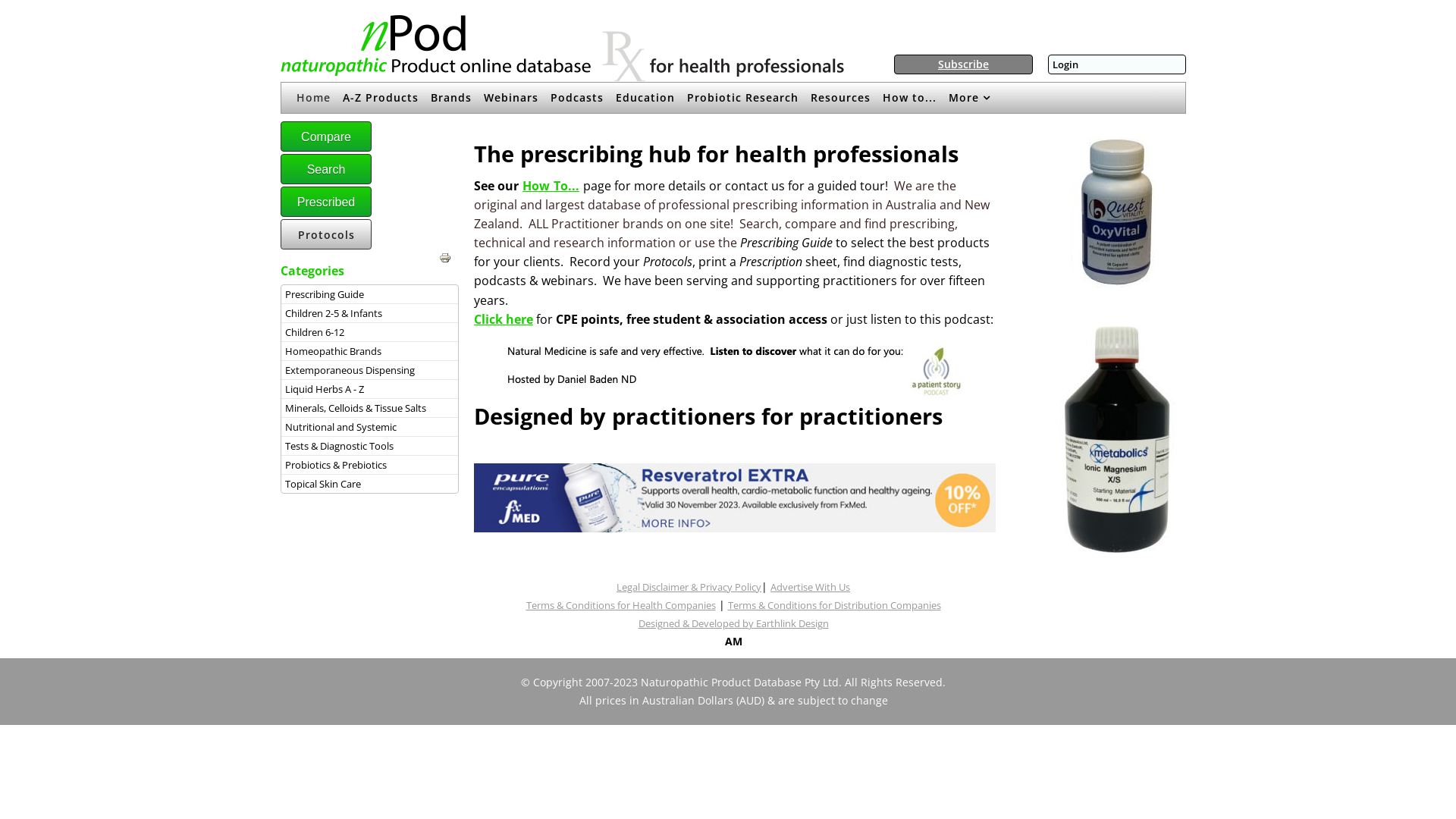 The height and width of the screenshot is (819, 1456). Describe the element at coordinates (576, 97) in the screenshot. I see `'Podcasts'` at that location.